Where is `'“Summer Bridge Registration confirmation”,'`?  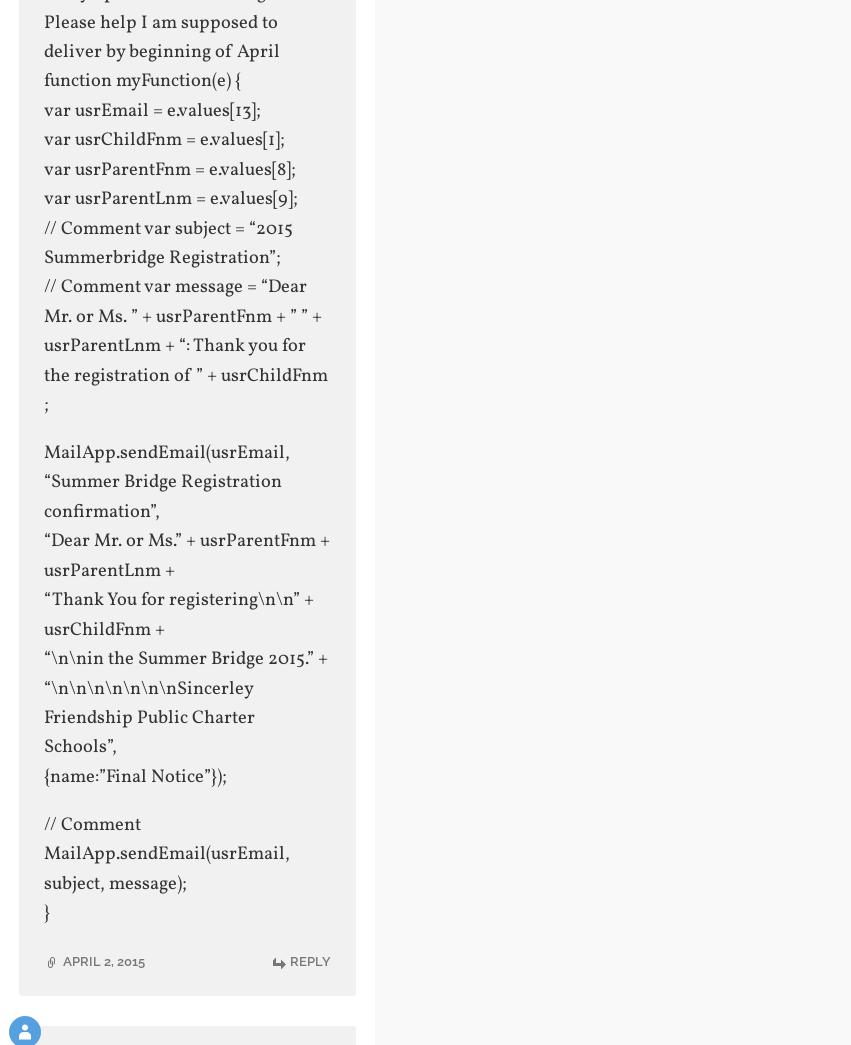
'“Summer Bridge Registration confirmation”,' is located at coordinates (161, 495).